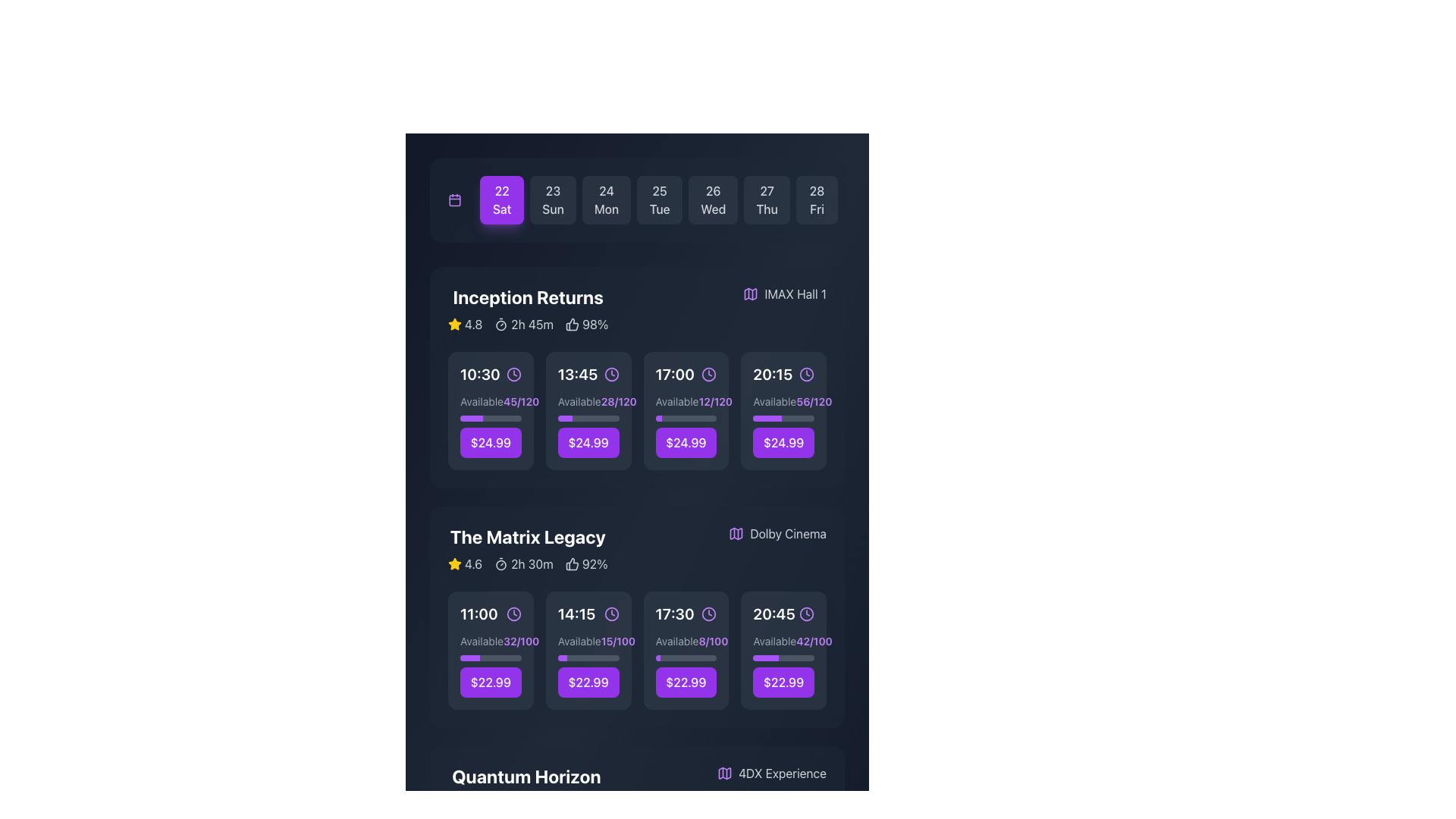  I want to click on the Text label indicating the availability status for the '14:15' time slot under 'The Matrix Legacy' section, so click(579, 641).